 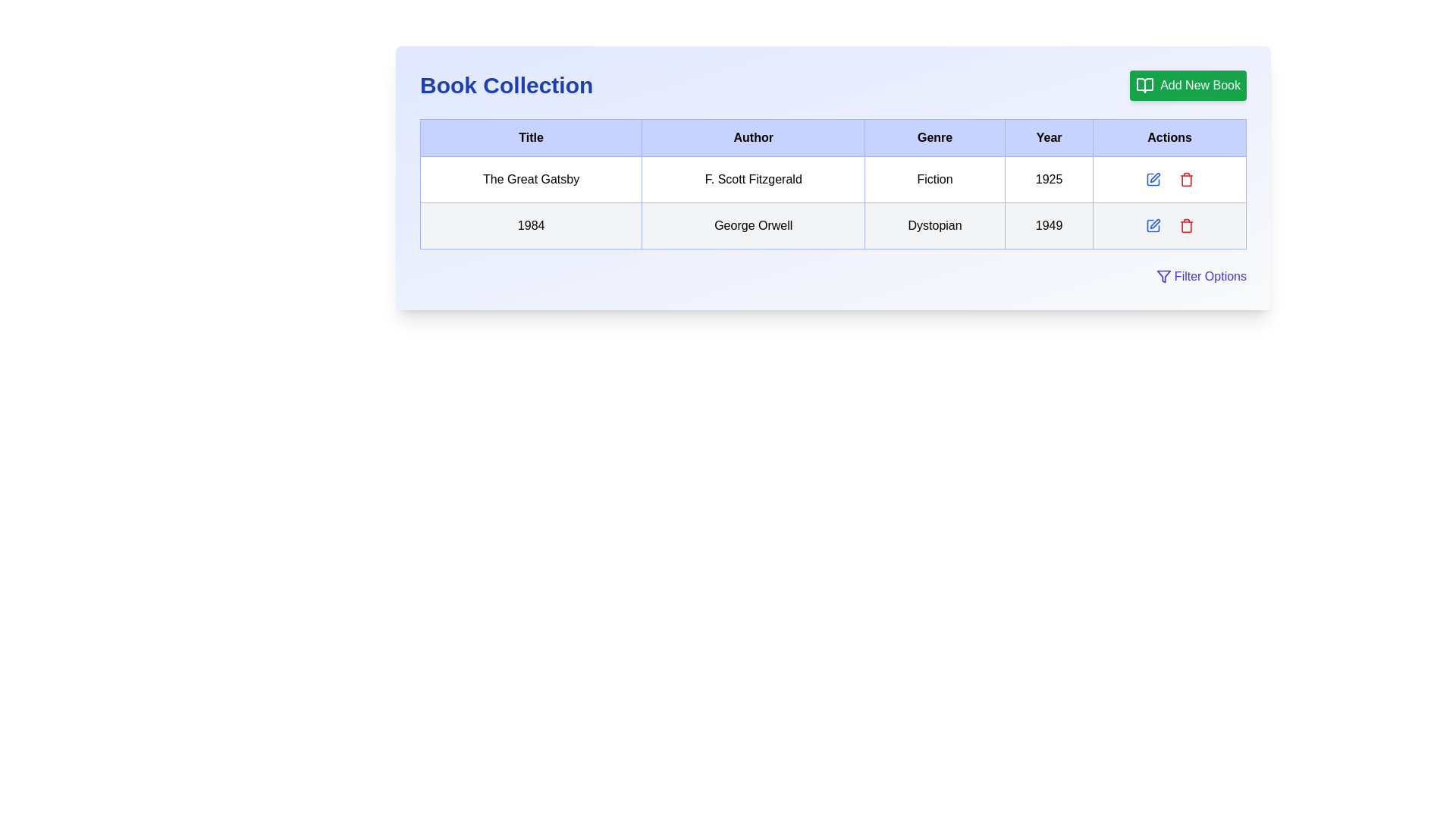 What do you see at coordinates (531, 178) in the screenshot?
I see `text content of the title block for the book 'The Great Gatsby' located in the first column of the first row in the table` at bounding box center [531, 178].